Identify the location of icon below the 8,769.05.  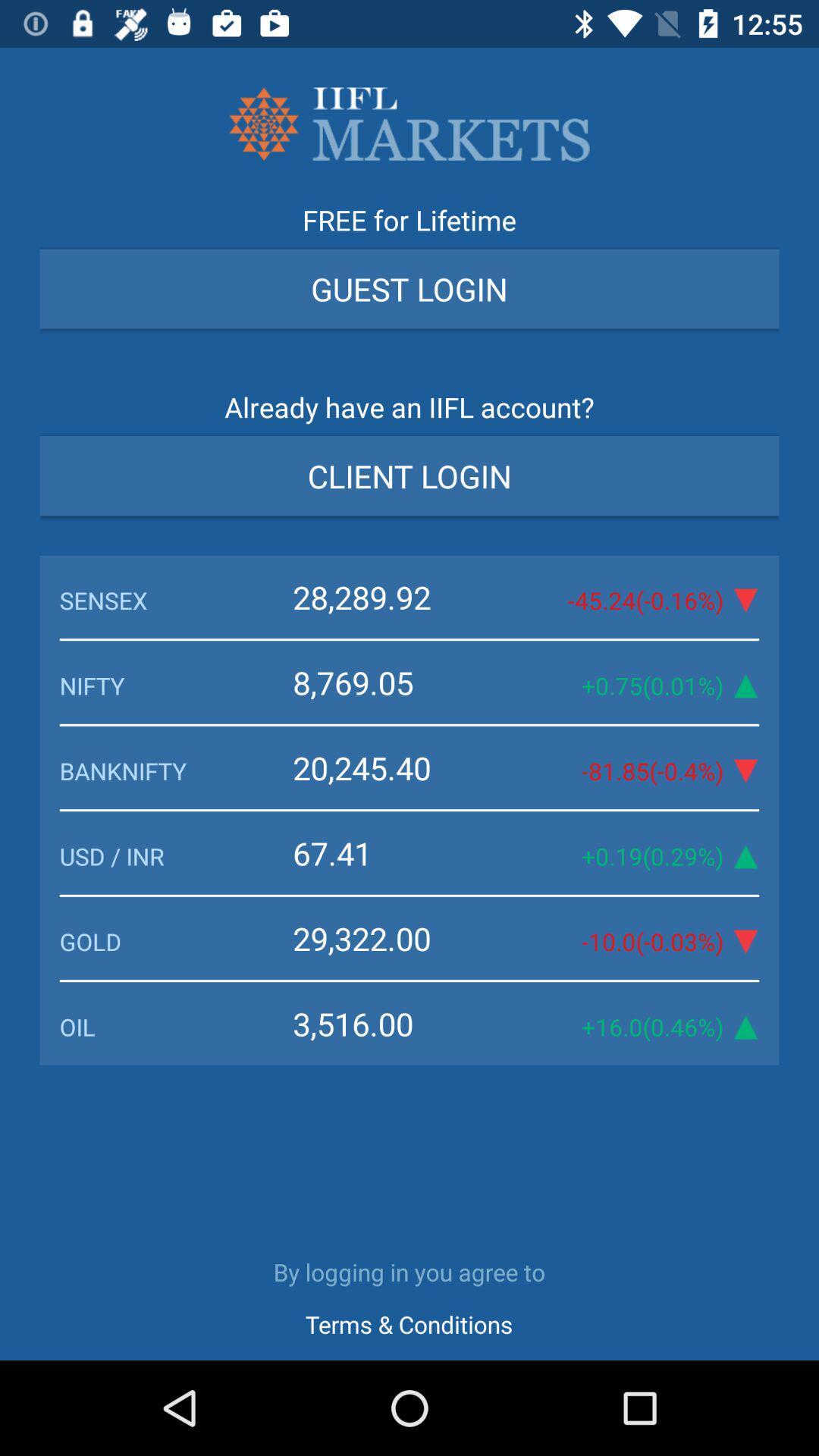
(397, 767).